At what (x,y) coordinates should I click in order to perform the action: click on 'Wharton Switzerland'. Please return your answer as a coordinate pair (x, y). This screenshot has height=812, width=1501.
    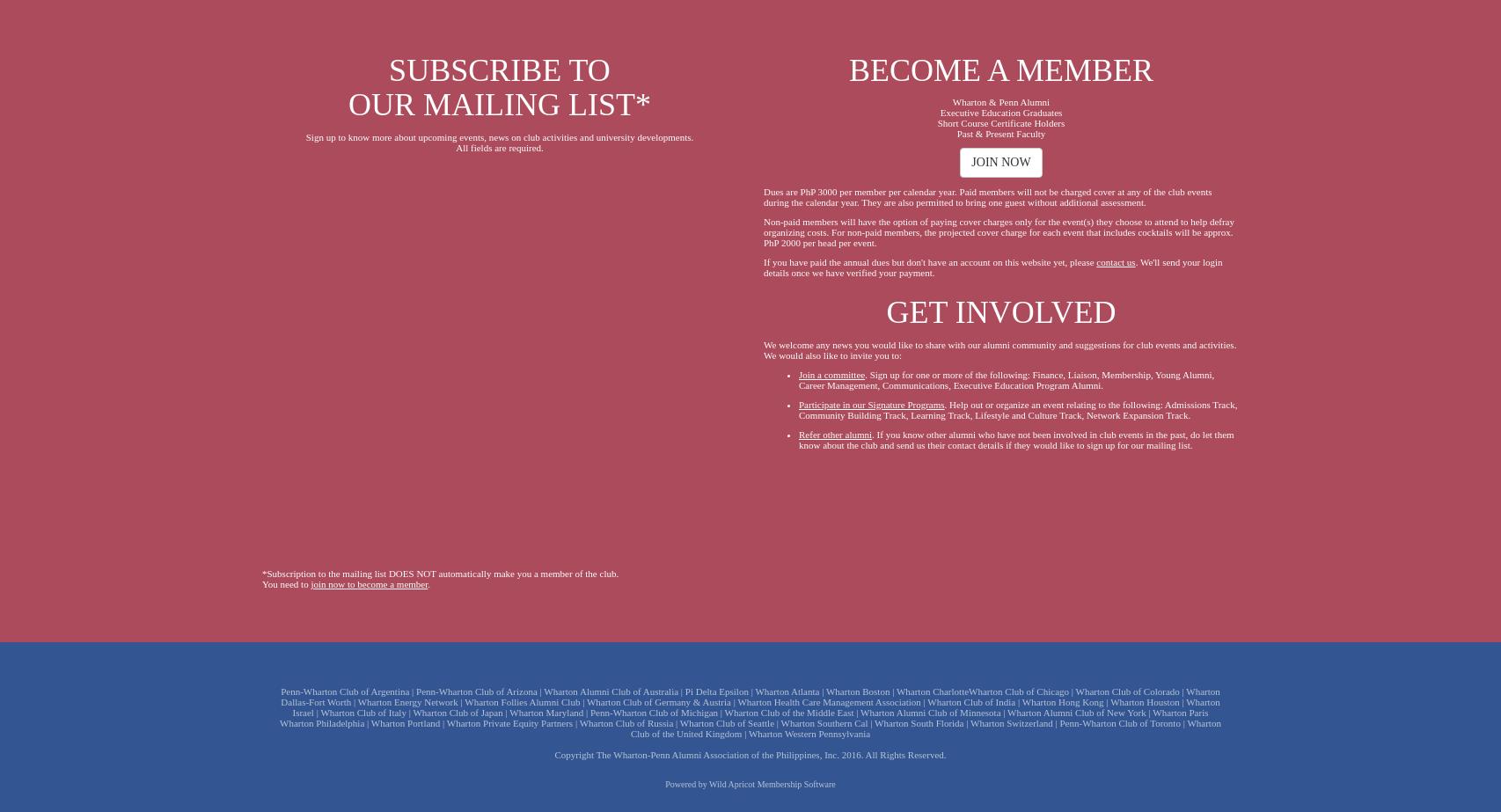
    Looking at the image, I should click on (1011, 721).